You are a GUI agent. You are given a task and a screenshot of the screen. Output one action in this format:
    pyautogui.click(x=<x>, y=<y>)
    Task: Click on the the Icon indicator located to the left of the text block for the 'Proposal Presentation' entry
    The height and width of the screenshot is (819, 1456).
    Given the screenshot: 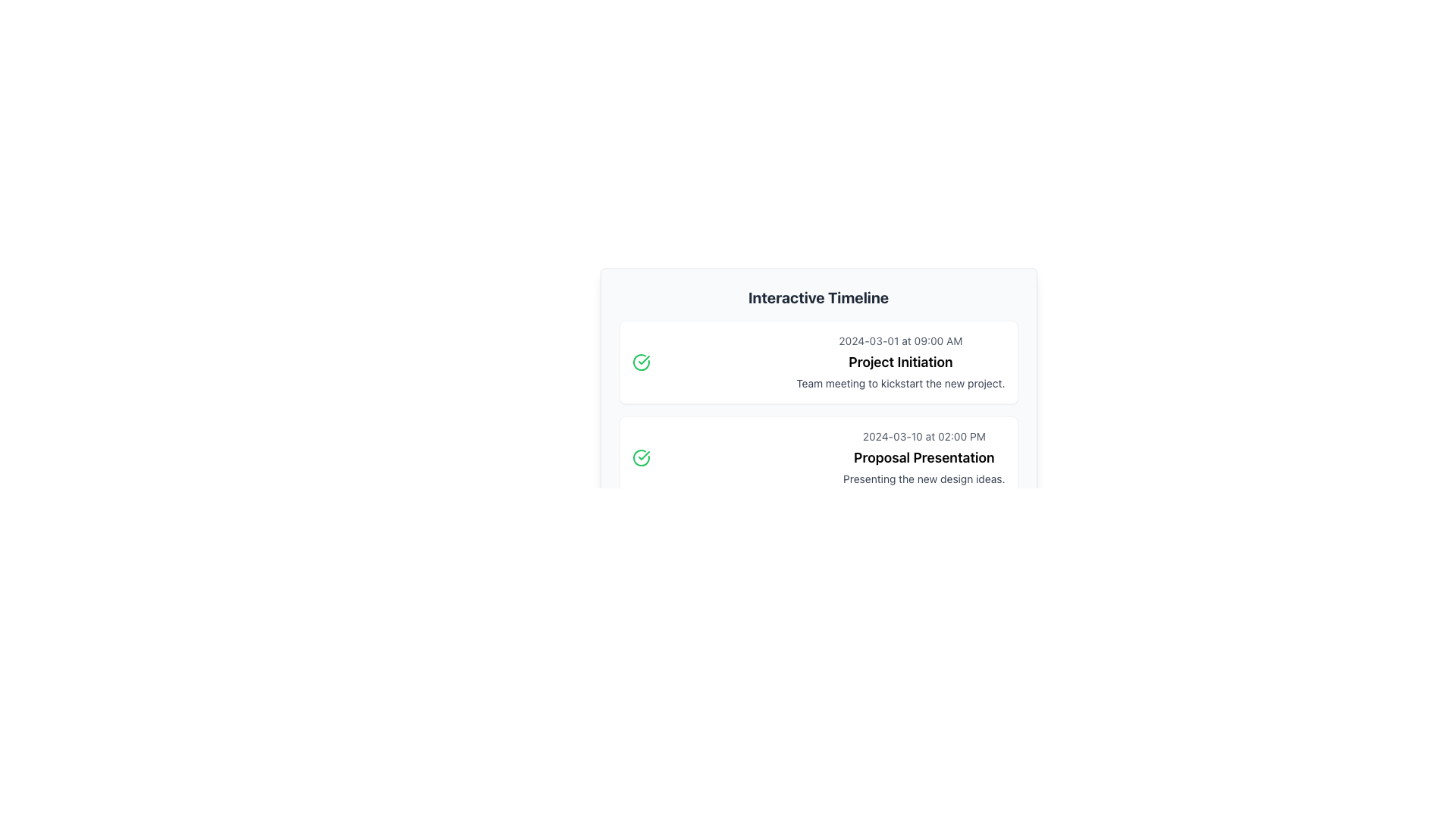 What is the action you would take?
    pyautogui.click(x=641, y=457)
    